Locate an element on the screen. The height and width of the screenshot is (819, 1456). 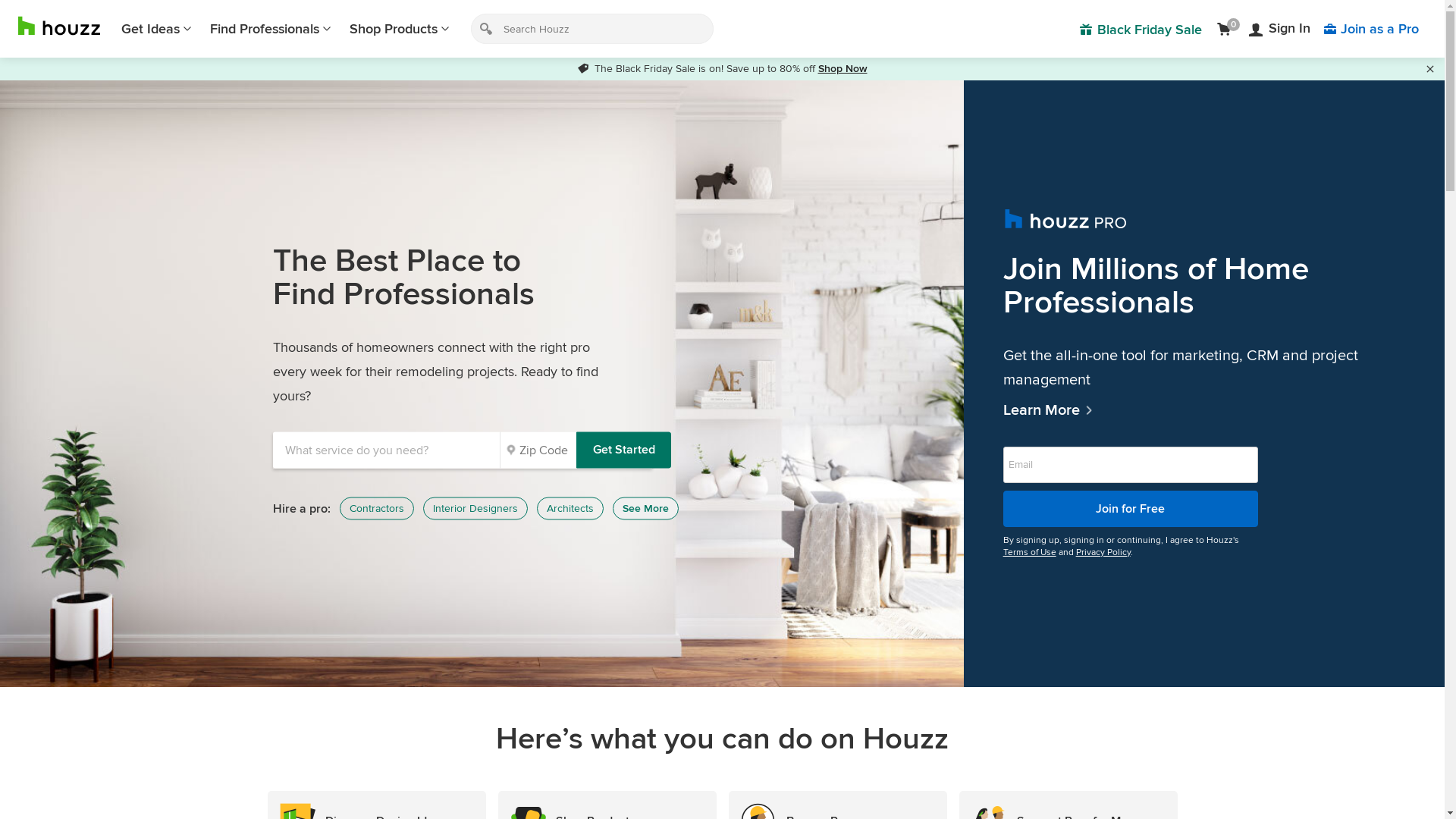
'Privacy Policy' is located at coordinates (1103, 551).